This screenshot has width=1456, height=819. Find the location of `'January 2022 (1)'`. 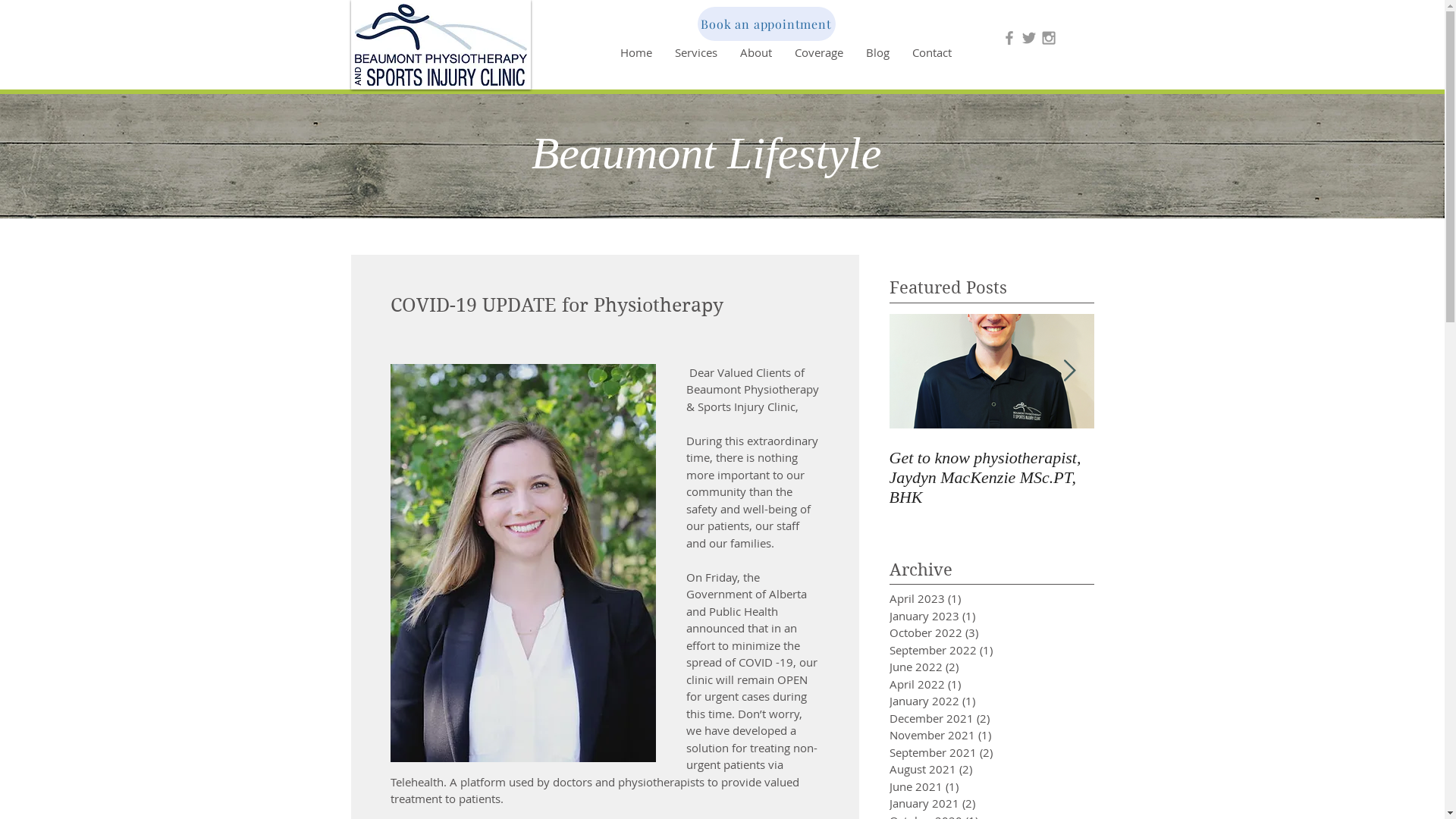

'January 2022 (1)' is located at coordinates (967, 701).